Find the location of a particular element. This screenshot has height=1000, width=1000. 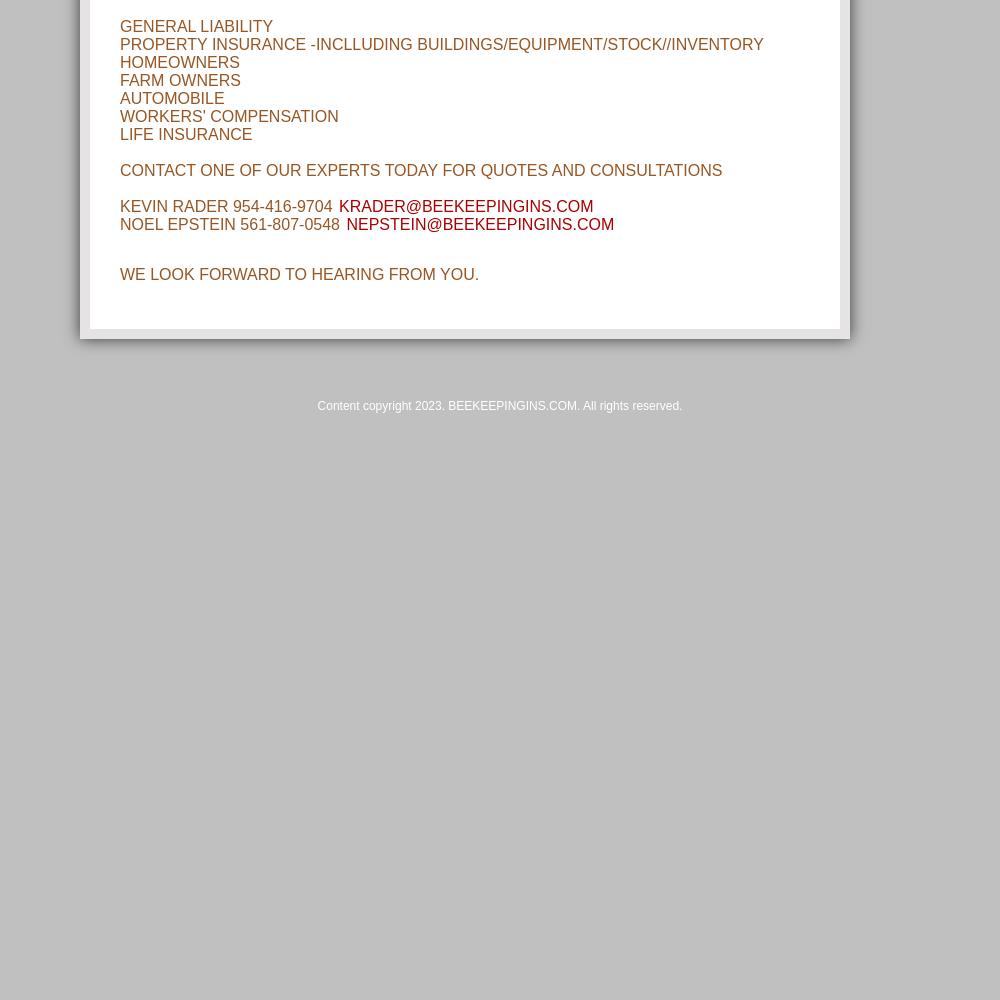

'2023. BEEKEEPINGINS.COM. All rights reserved.' is located at coordinates (548, 406).